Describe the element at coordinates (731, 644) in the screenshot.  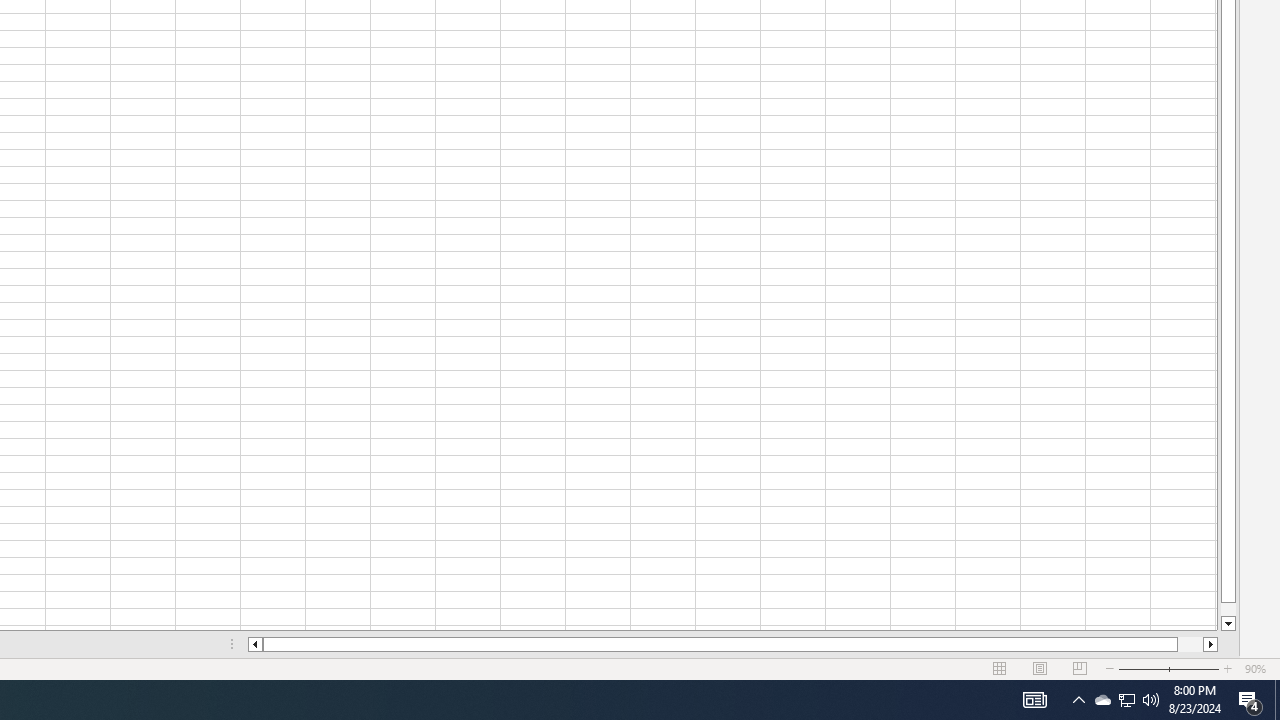
I see `'Class: NetUIScrollBar'` at that location.